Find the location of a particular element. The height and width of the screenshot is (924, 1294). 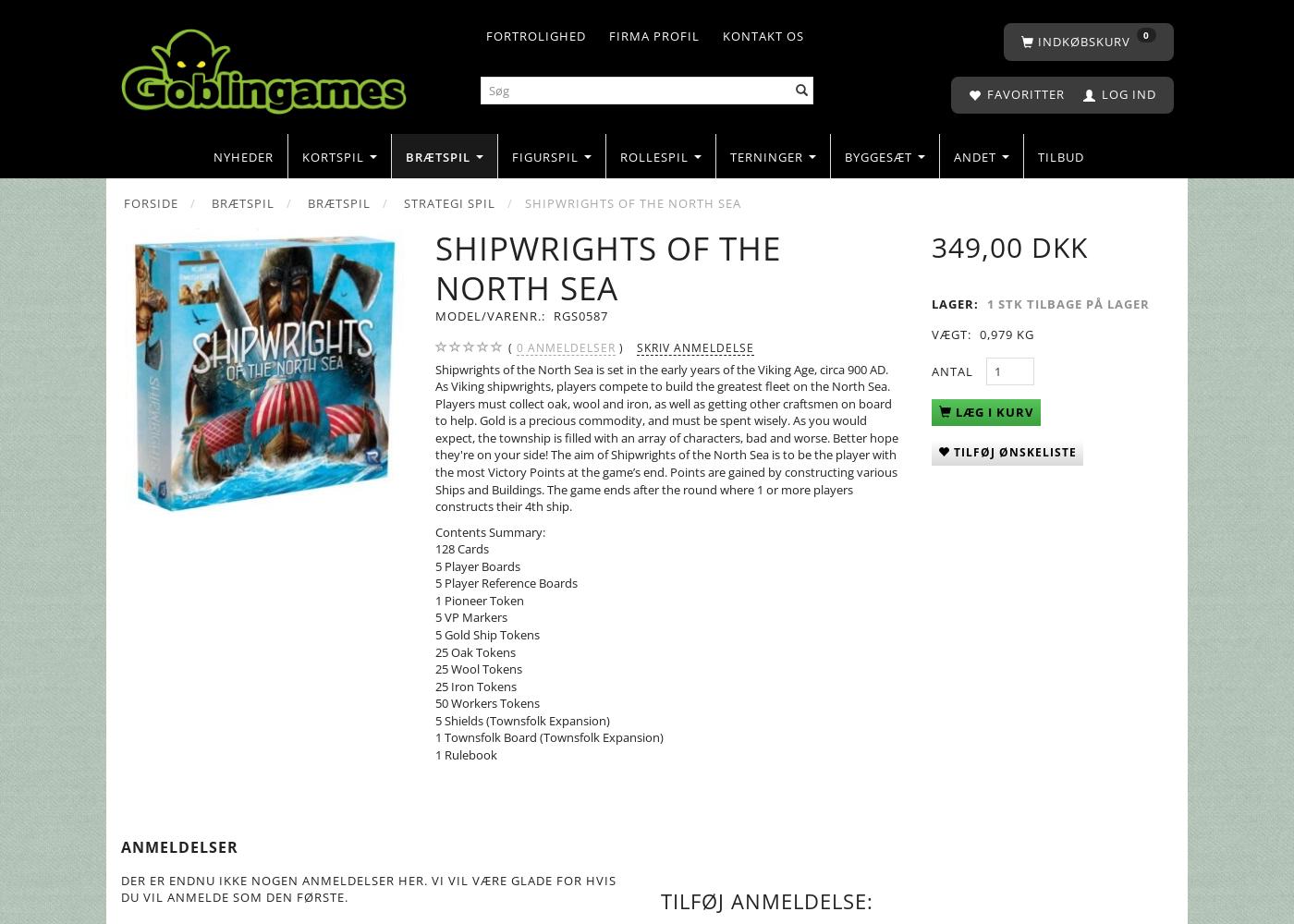

'25 Oak Tokens' is located at coordinates (475, 650).